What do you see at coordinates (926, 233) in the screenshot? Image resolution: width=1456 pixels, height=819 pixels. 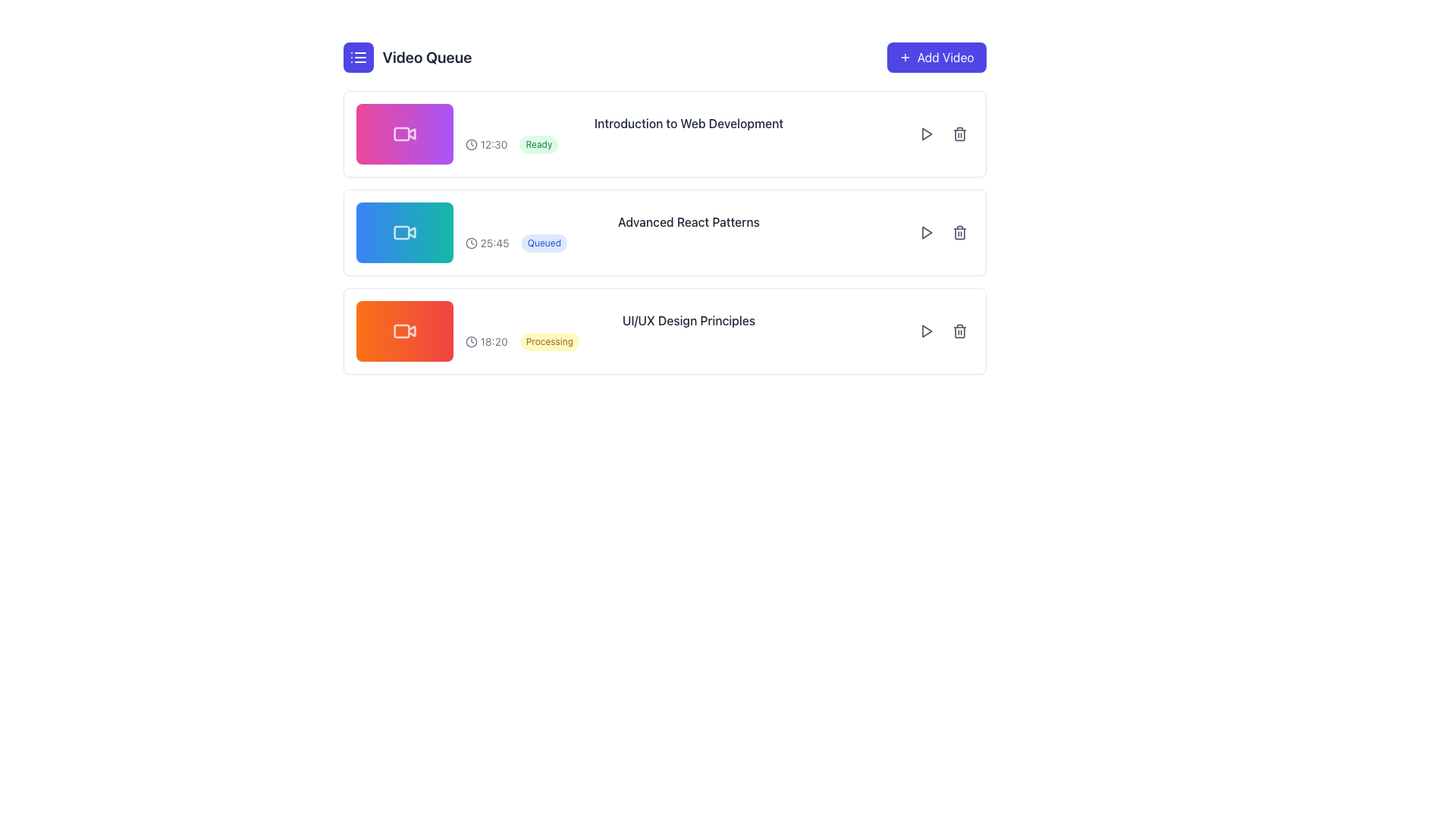 I see `the triangular play icon located at the far-right side of the 'Advanced React Patterns' list item` at bounding box center [926, 233].